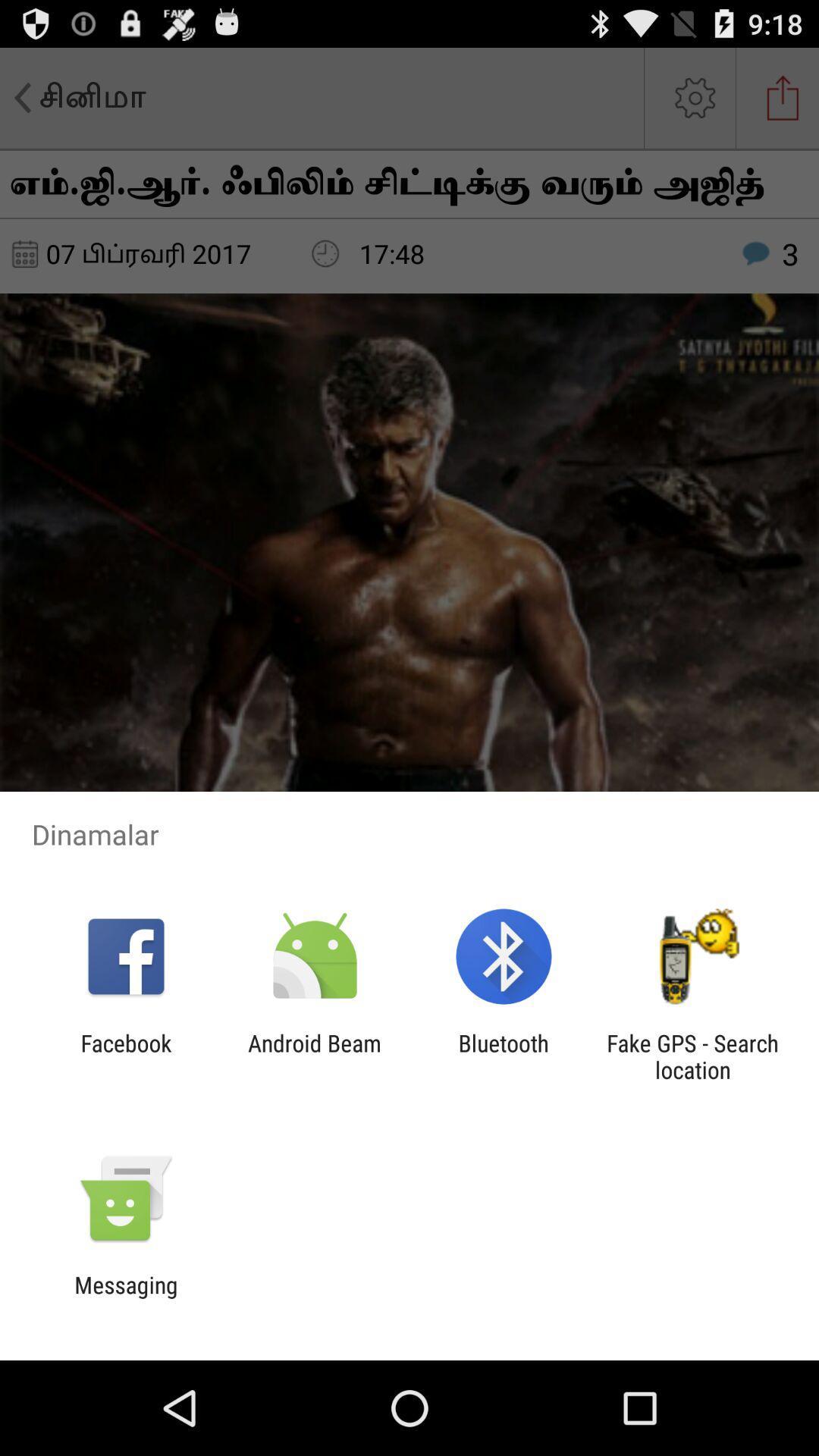 This screenshot has width=819, height=1456. Describe the element at coordinates (314, 1056) in the screenshot. I see `the android beam` at that location.